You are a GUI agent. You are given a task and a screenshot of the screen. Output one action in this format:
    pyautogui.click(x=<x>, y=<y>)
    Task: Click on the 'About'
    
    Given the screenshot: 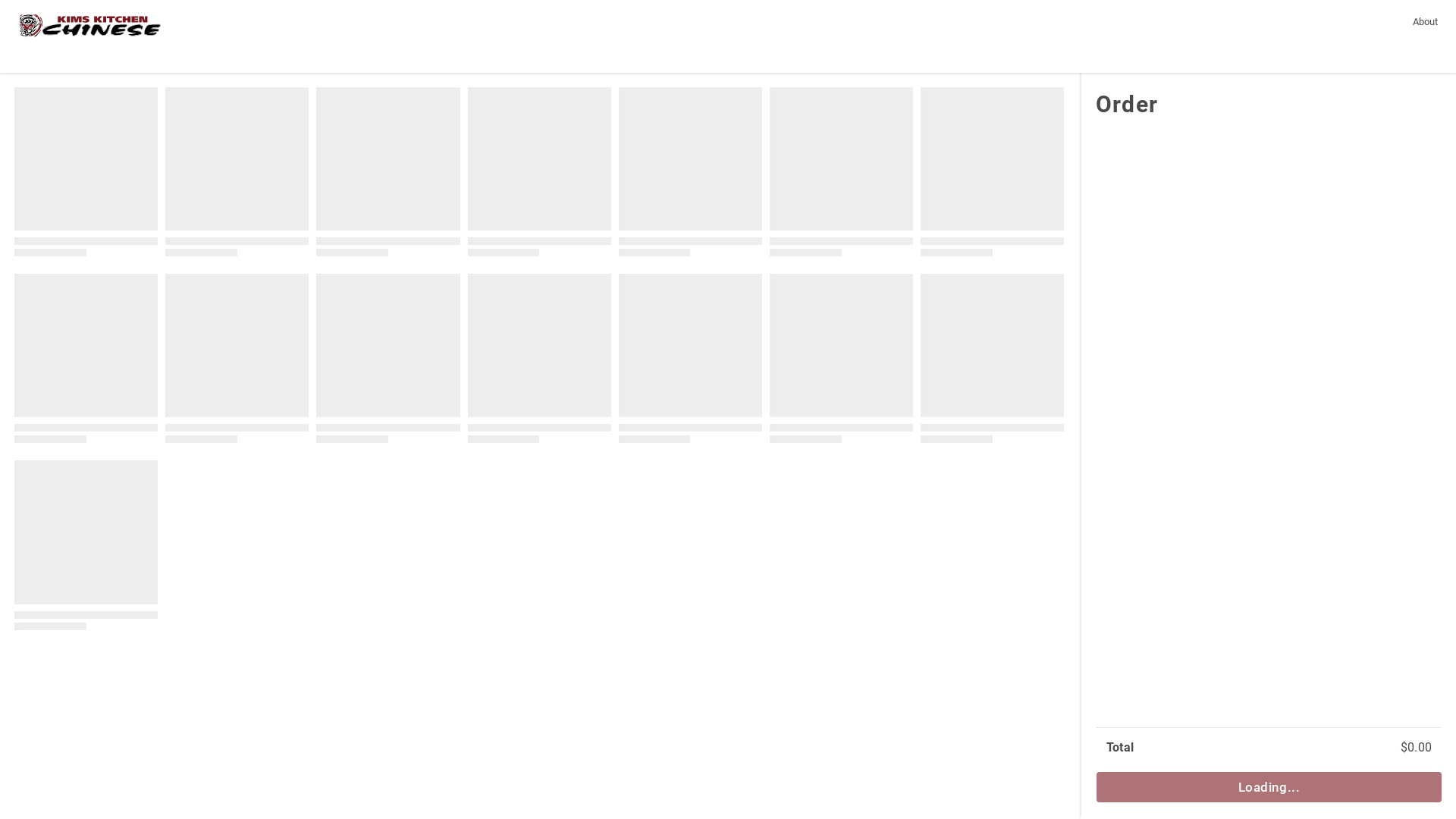 What is the action you would take?
    pyautogui.click(x=1424, y=22)
    